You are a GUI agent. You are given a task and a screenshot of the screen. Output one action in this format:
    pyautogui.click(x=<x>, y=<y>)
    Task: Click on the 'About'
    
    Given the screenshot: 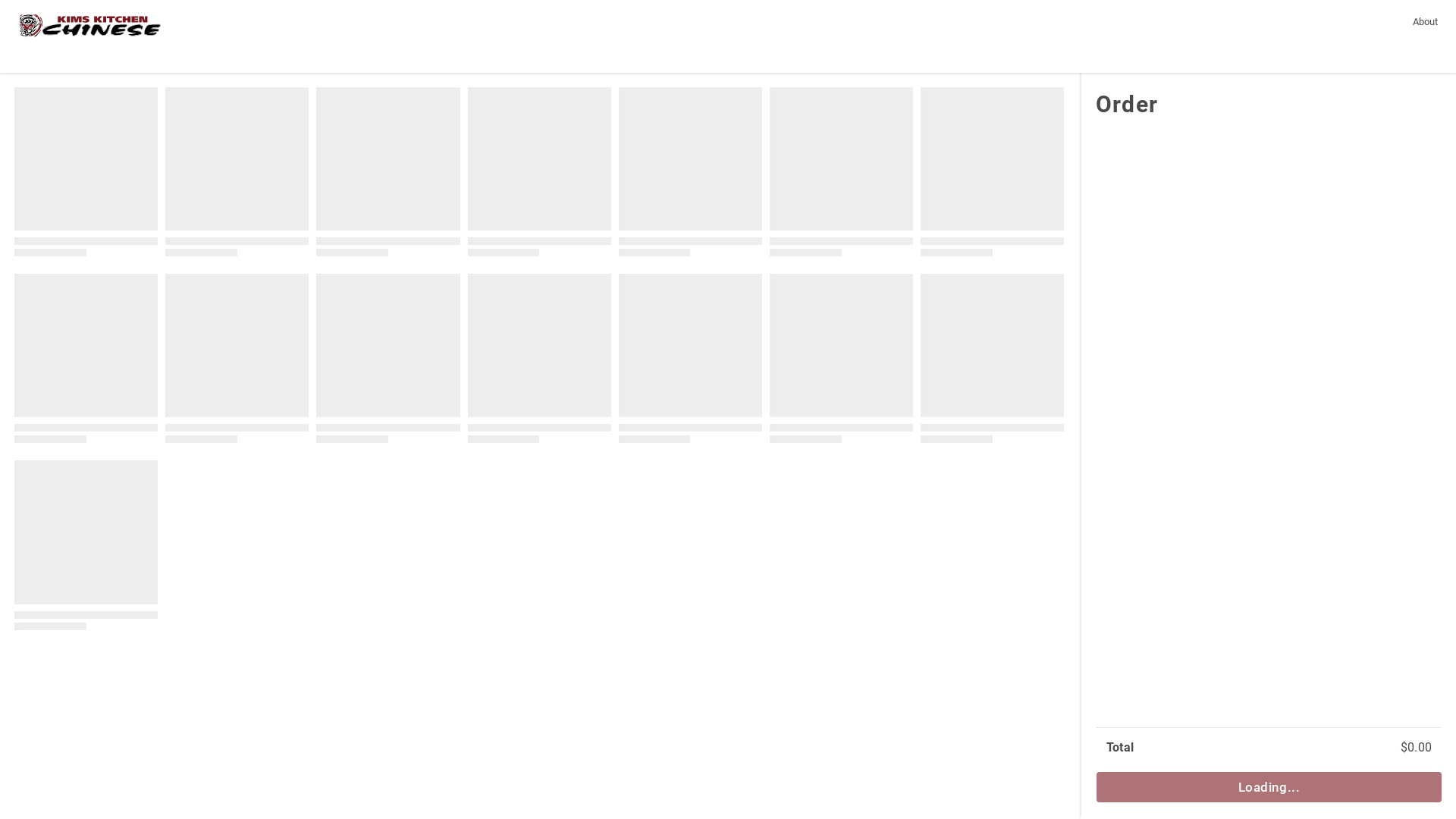 What is the action you would take?
    pyautogui.click(x=1424, y=22)
    